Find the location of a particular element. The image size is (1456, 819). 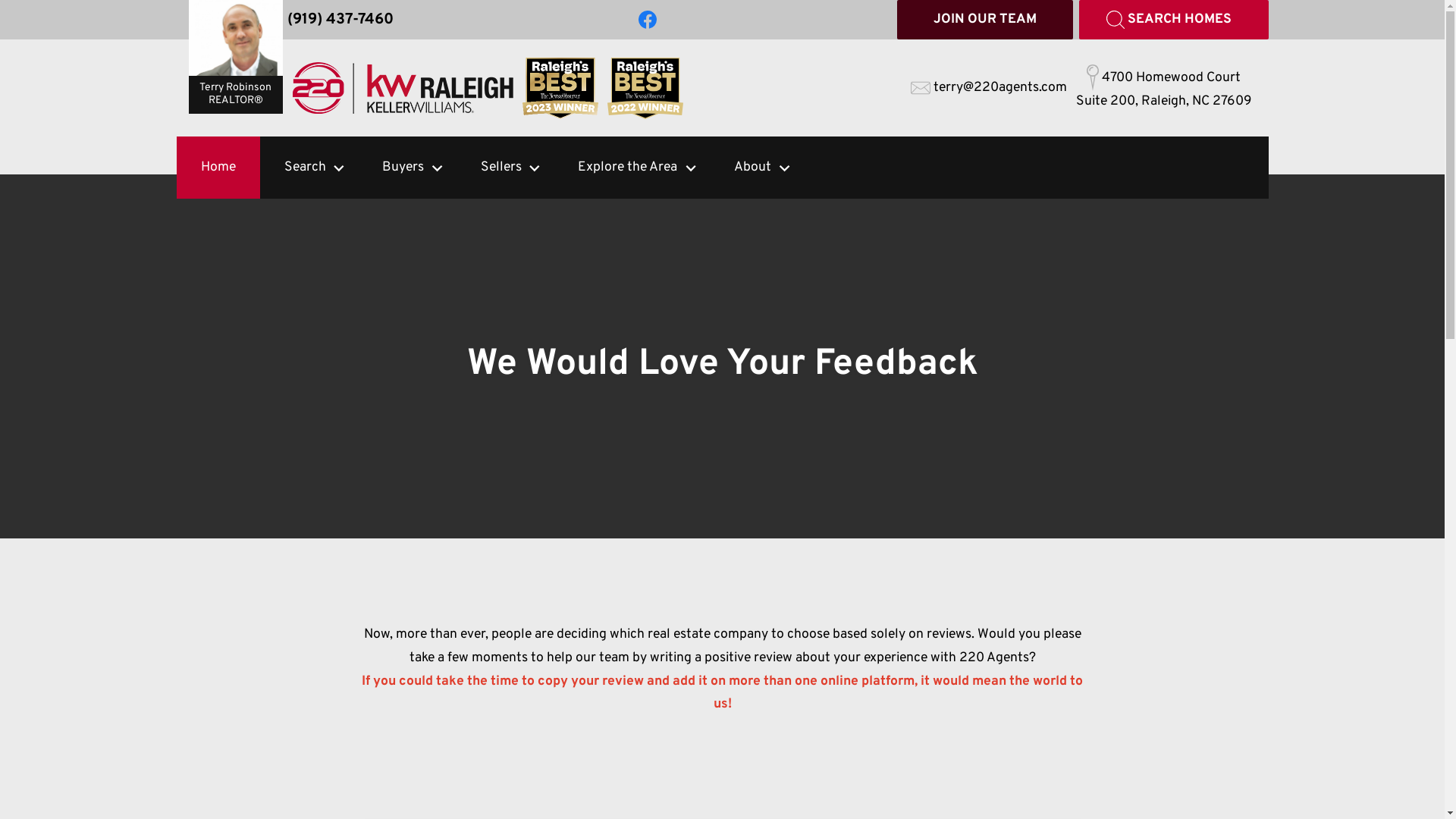

'SEARCH HOMES' is located at coordinates (1172, 20).